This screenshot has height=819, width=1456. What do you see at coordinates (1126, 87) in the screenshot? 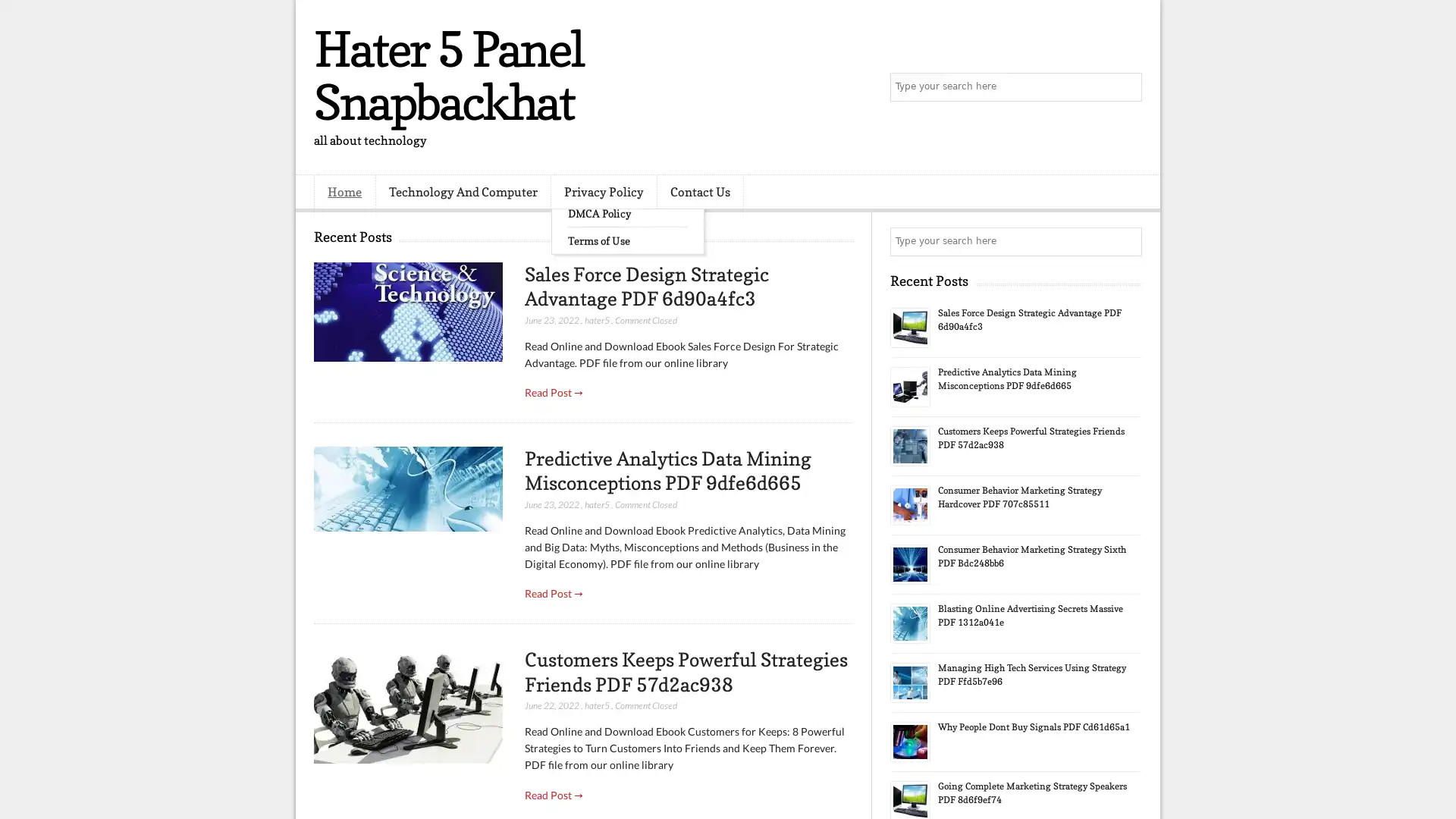
I see `Search` at bounding box center [1126, 87].